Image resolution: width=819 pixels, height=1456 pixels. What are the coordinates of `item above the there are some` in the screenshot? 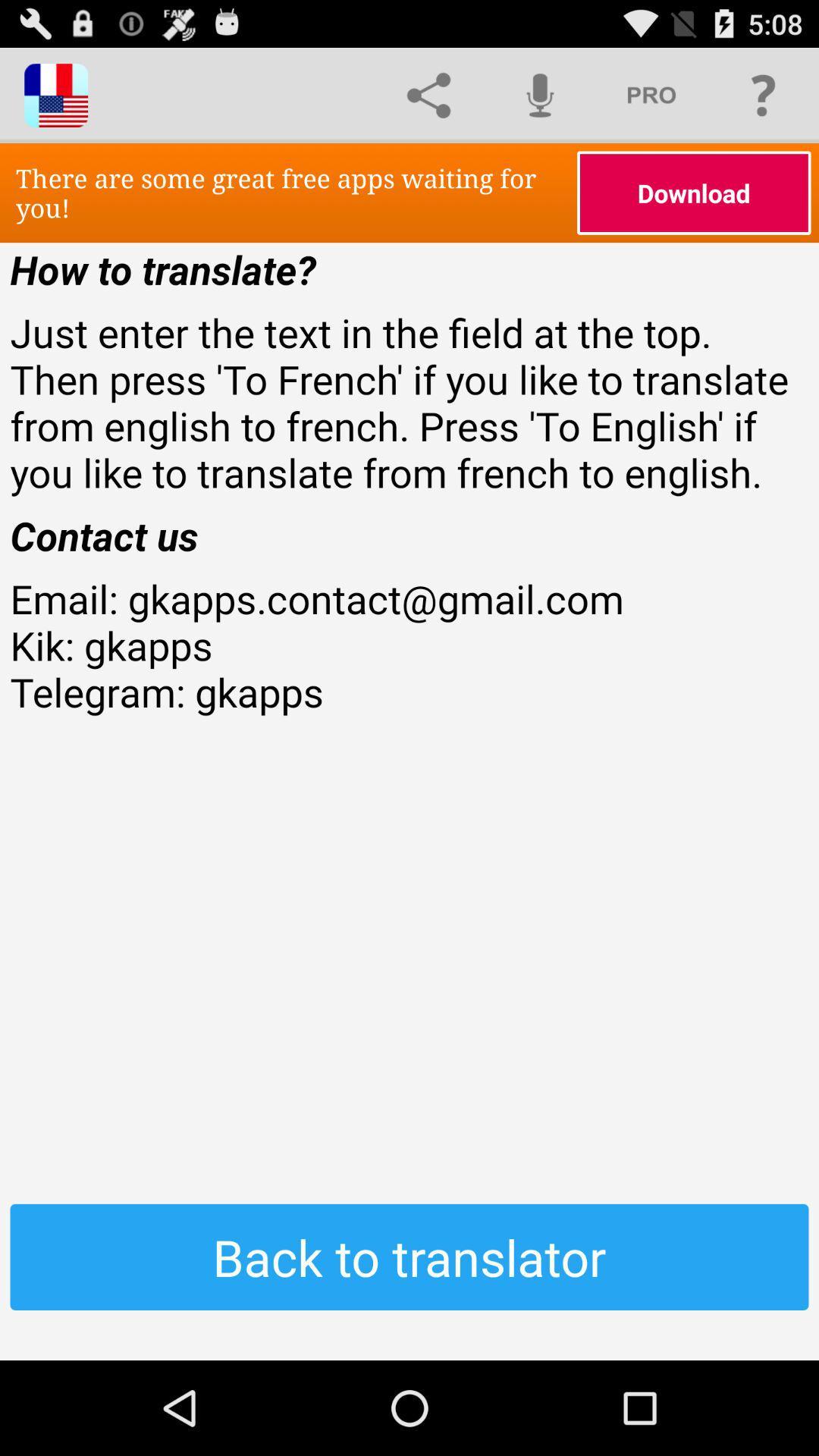 It's located at (428, 94).